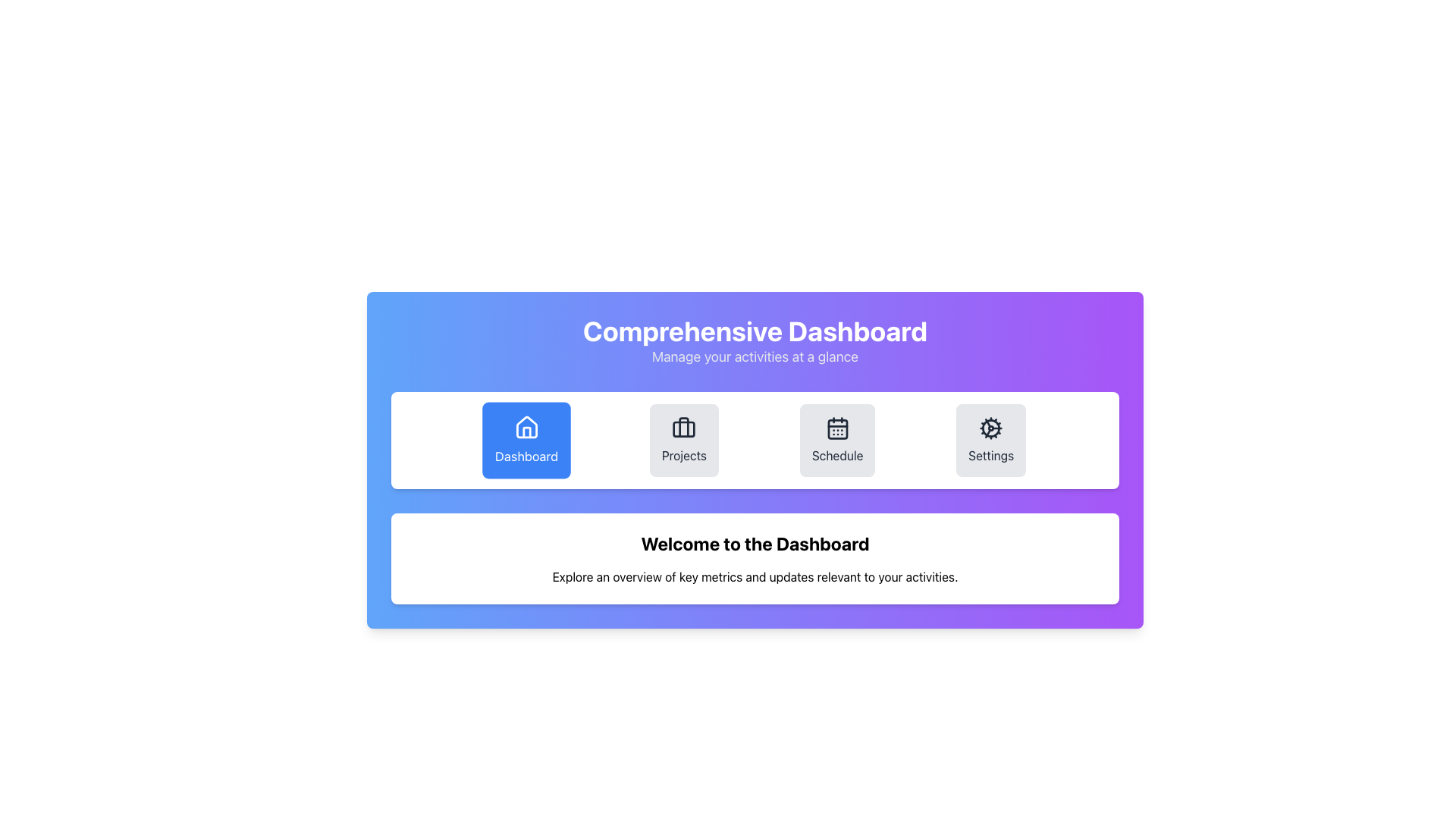 Image resolution: width=1456 pixels, height=819 pixels. What do you see at coordinates (836, 428) in the screenshot?
I see `the 'Schedule' icon, which is the third icon from the left in the header row of buttons` at bounding box center [836, 428].